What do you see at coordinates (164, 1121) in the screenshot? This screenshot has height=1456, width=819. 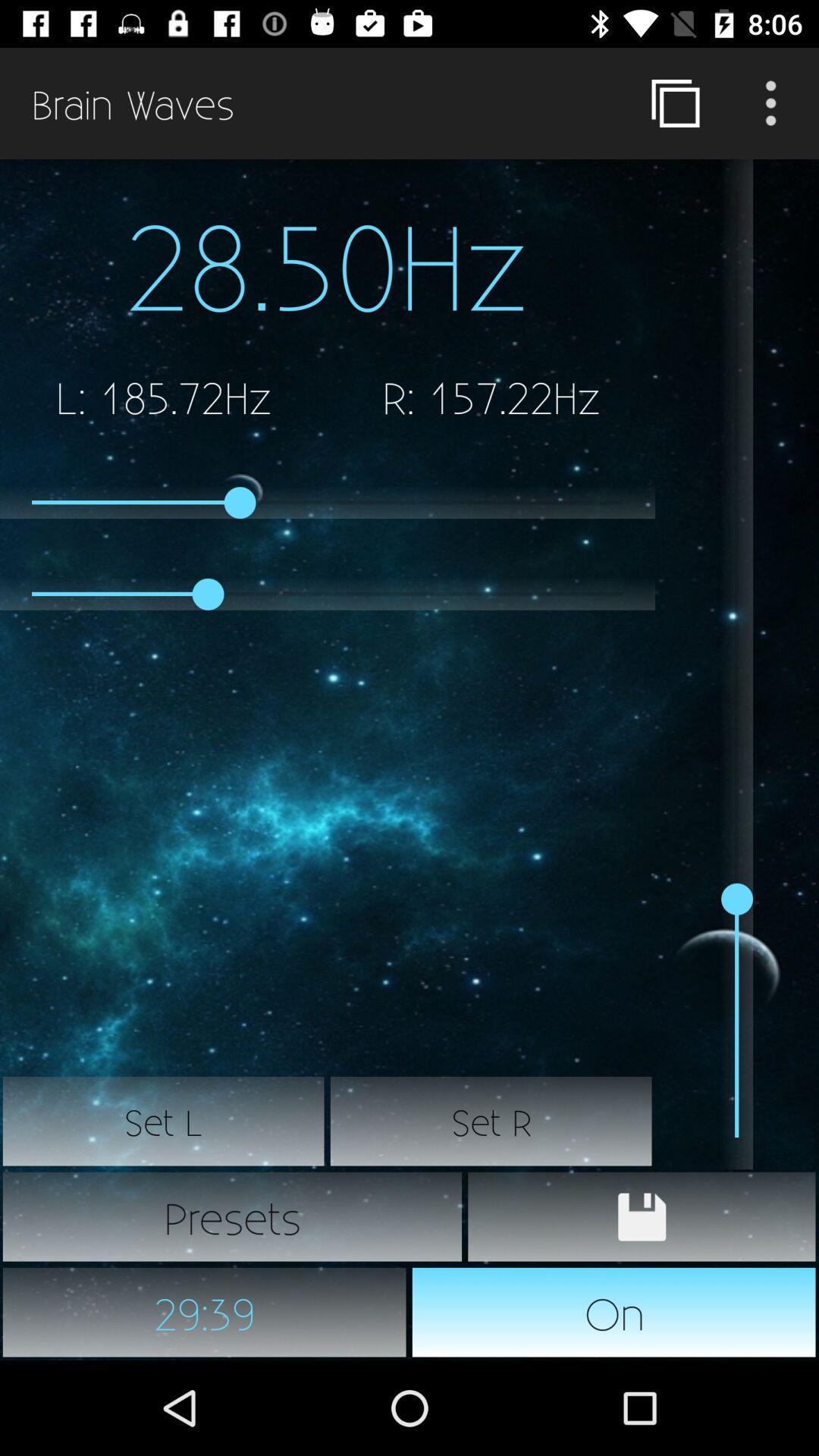 I see `icon to the left of set r icon` at bounding box center [164, 1121].